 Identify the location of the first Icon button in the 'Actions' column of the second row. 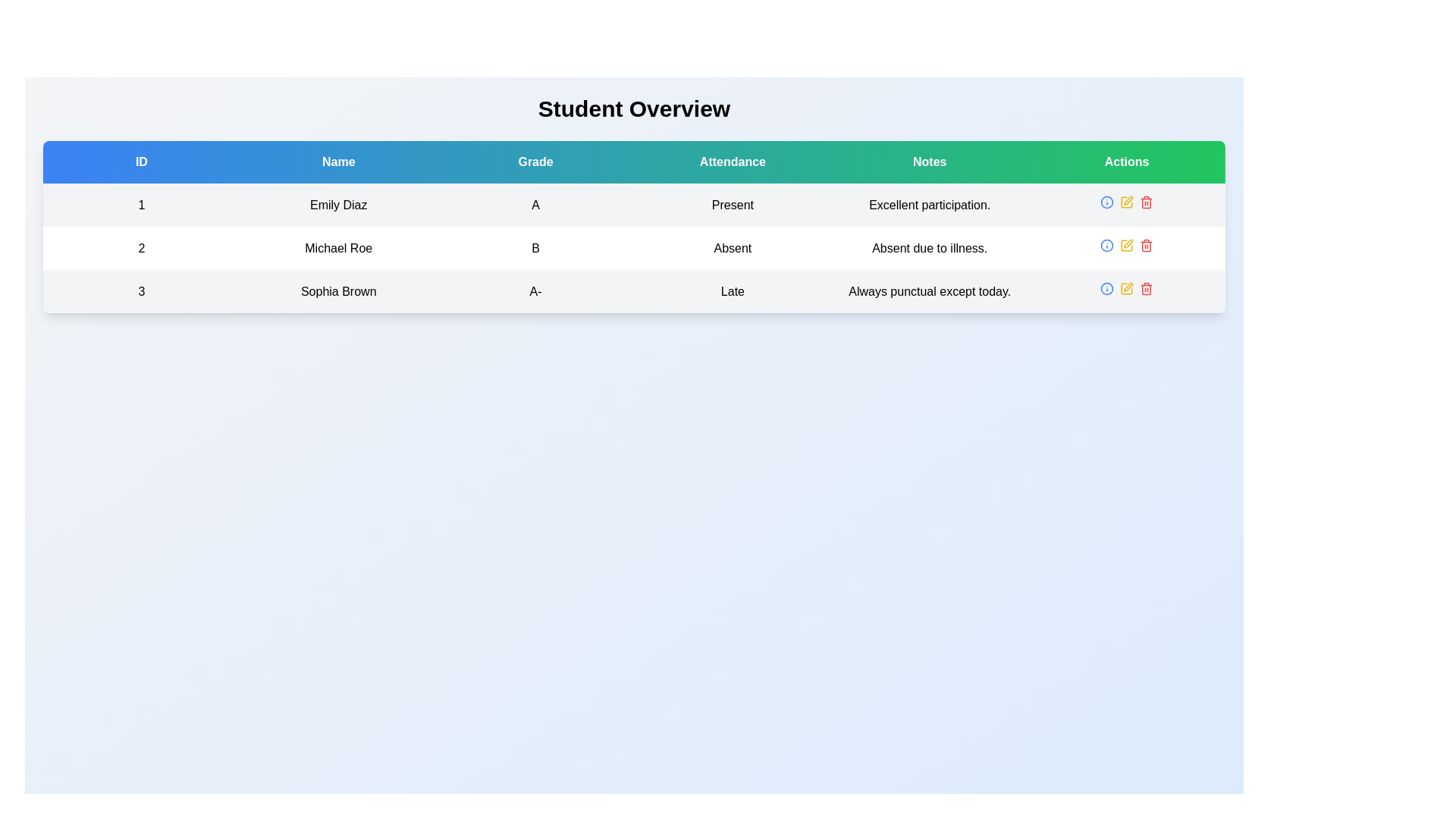
(1106, 201).